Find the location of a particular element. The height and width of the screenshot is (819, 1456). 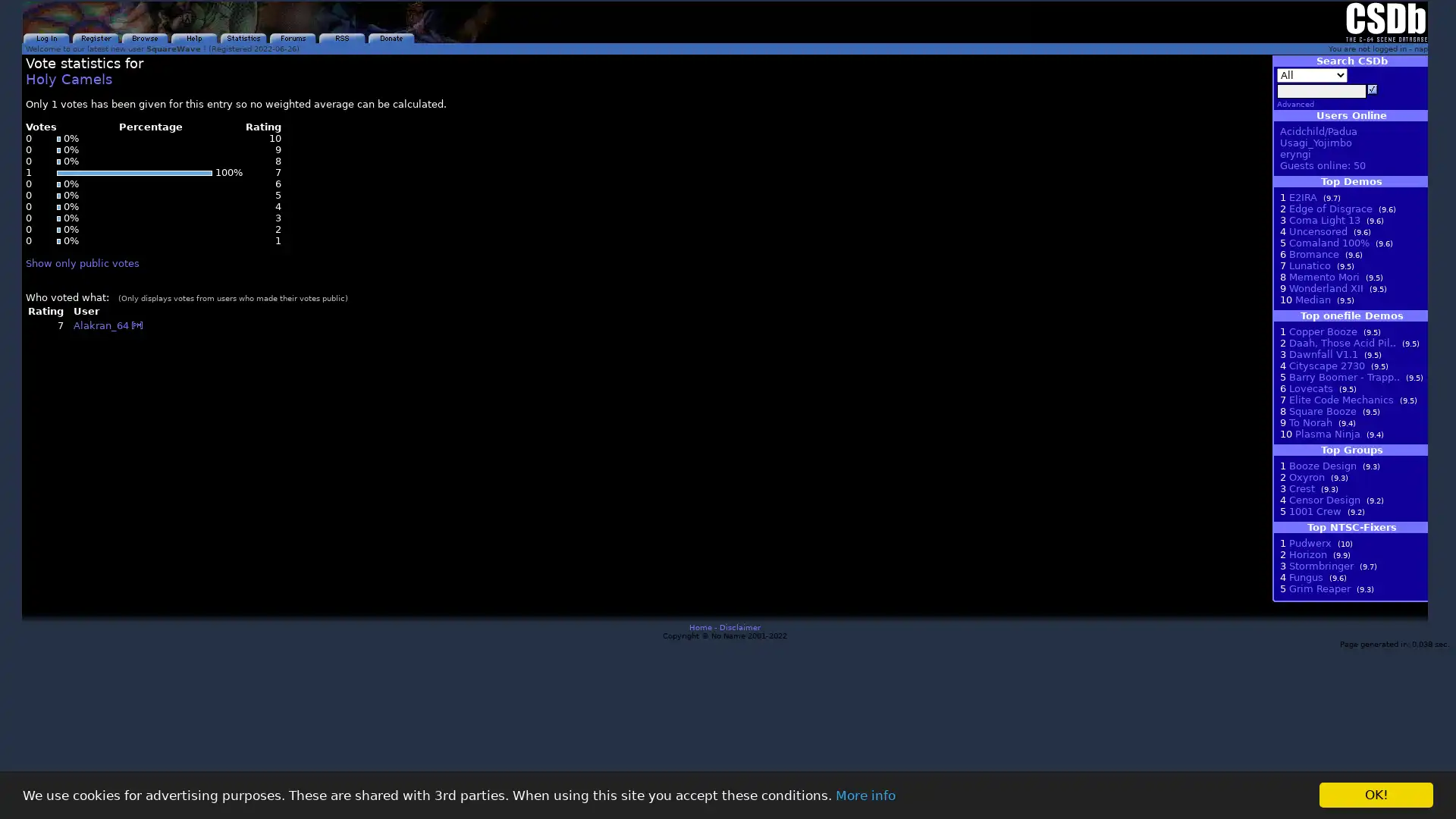

Go is located at coordinates (1372, 89).